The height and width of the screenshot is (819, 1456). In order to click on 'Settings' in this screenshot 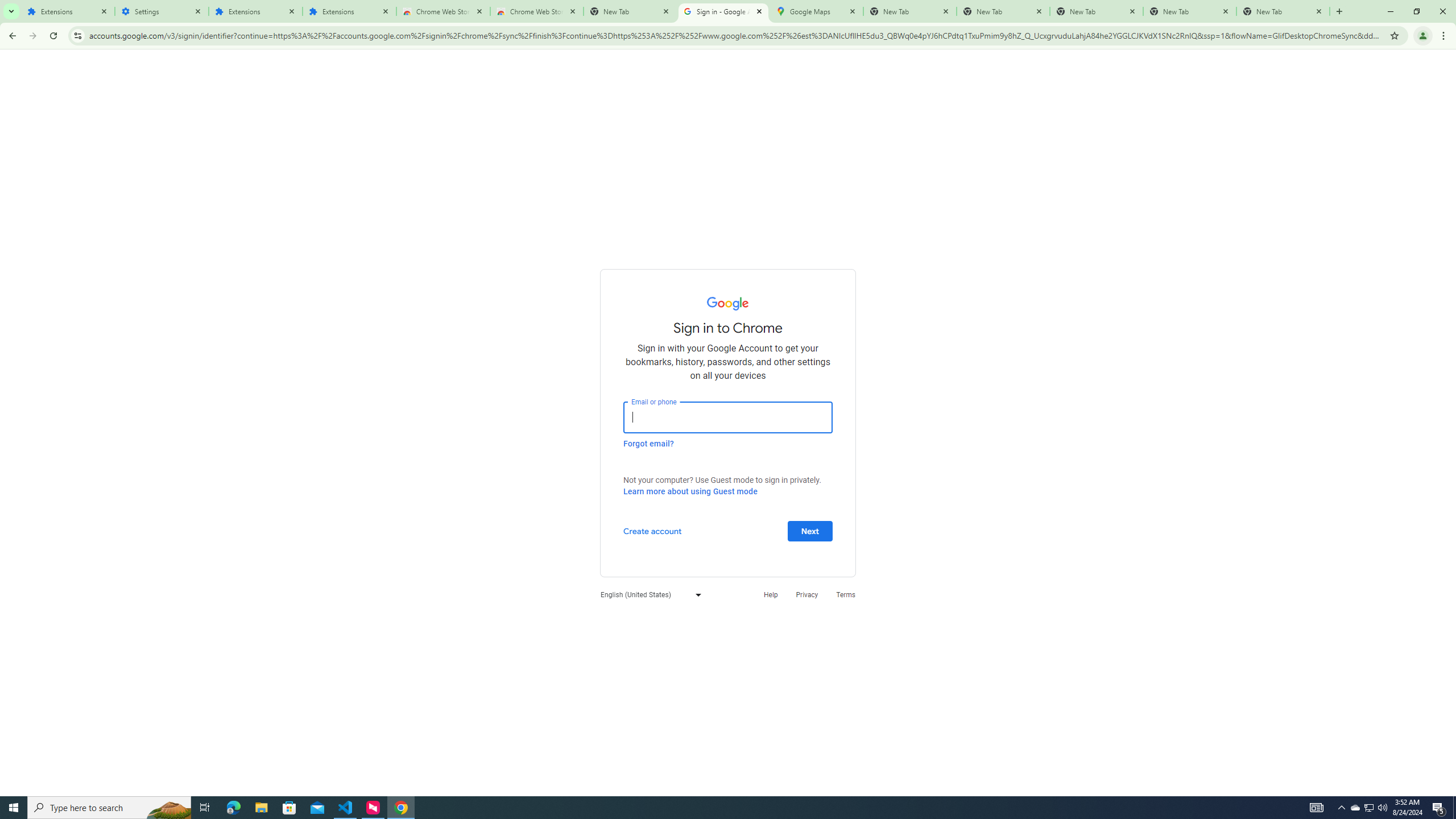, I will do `click(162, 11)`.